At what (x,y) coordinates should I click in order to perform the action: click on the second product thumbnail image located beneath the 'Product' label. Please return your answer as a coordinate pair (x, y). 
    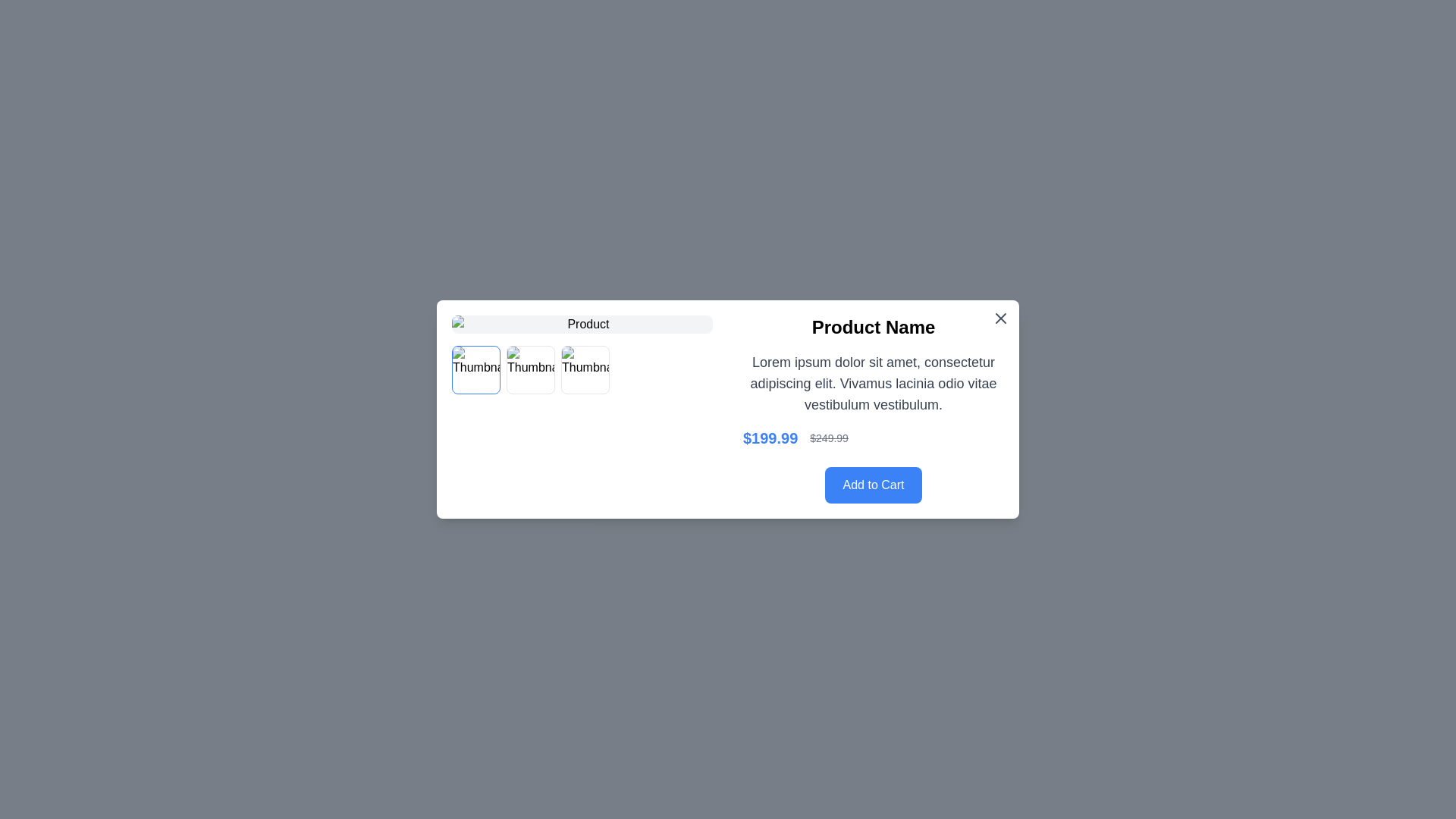
    Looking at the image, I should click on (531, 370).